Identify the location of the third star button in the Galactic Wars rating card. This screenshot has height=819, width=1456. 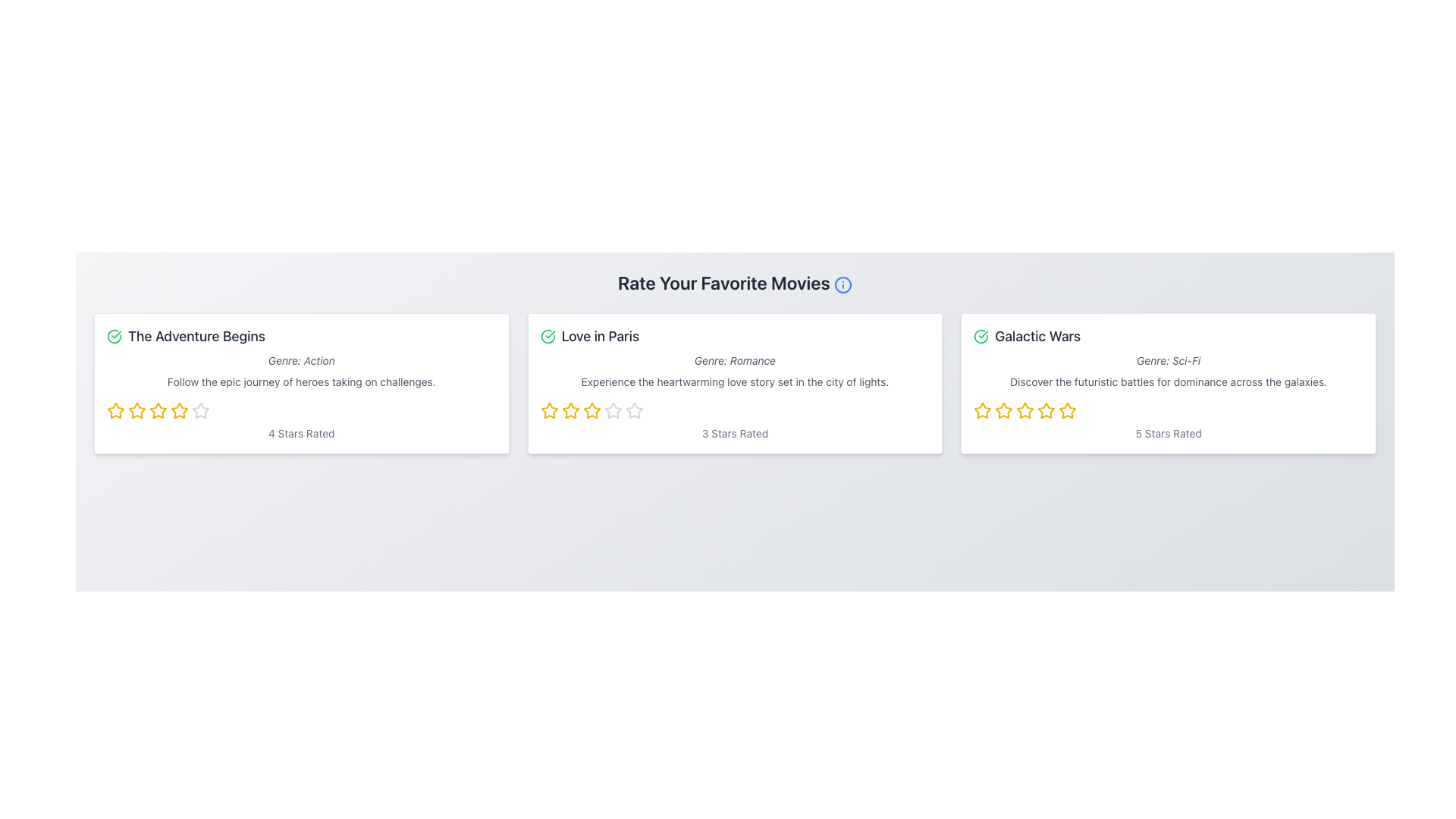
(1004, 411).